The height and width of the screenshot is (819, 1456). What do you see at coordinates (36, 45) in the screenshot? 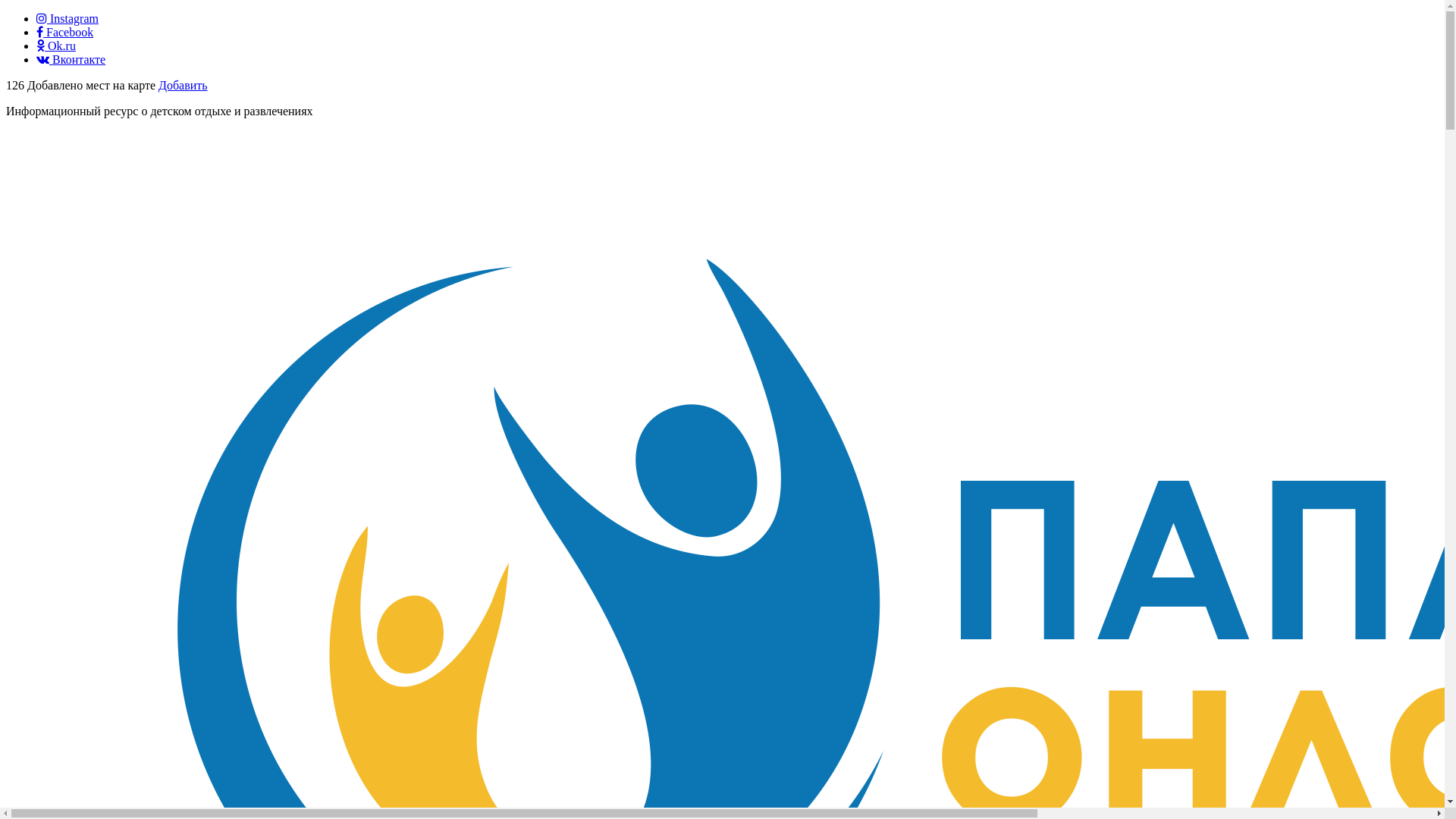
I see `'Ok.ru'` at bounding box center [36, 45].